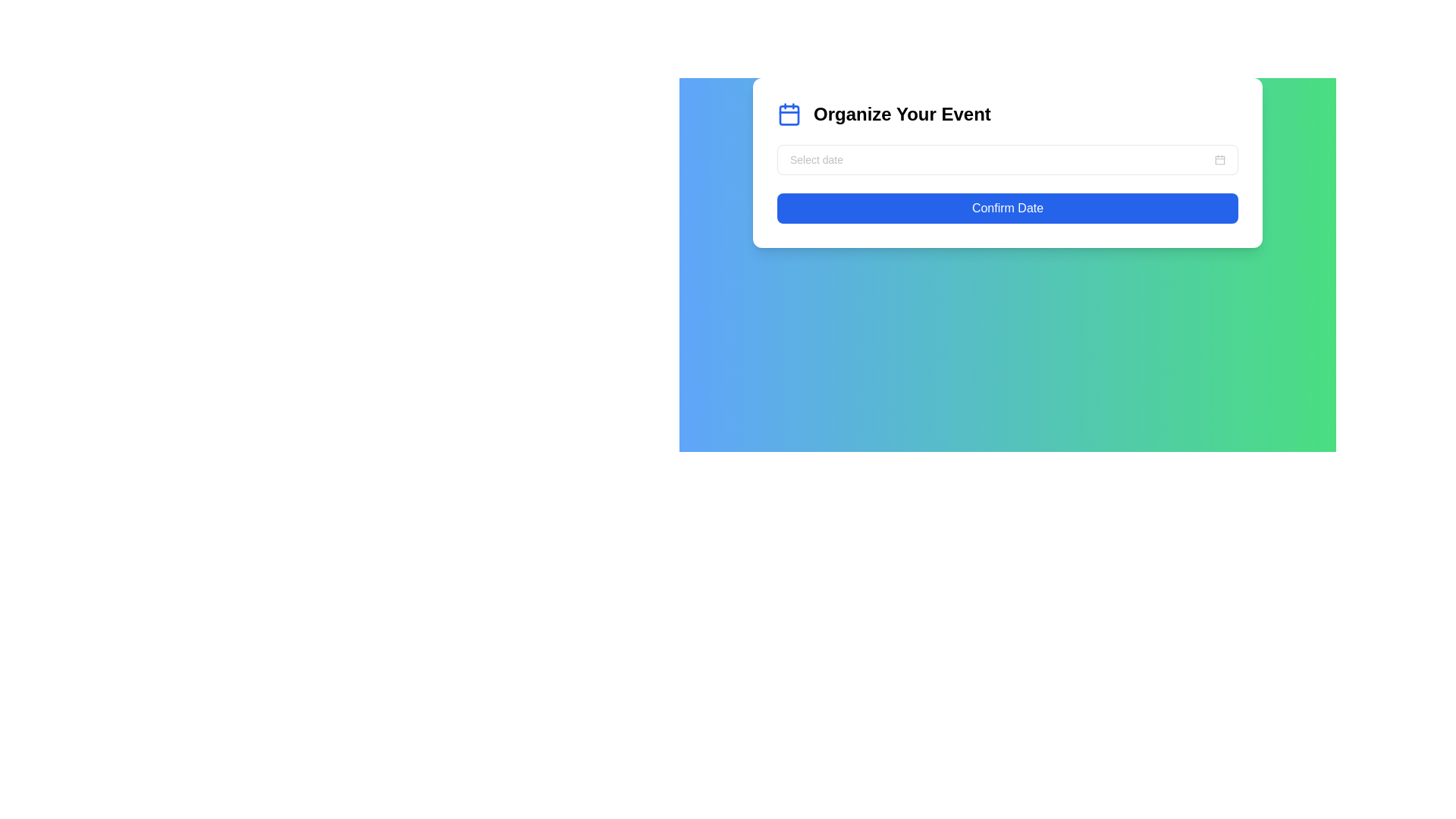 This screenshot has height=819, width=1456. What do you see at coordinates (1008, 160) in the screenshot?
I see `the dropdown menu with calendar functionality to type or modify the date` at bounding box center [1008, 160].